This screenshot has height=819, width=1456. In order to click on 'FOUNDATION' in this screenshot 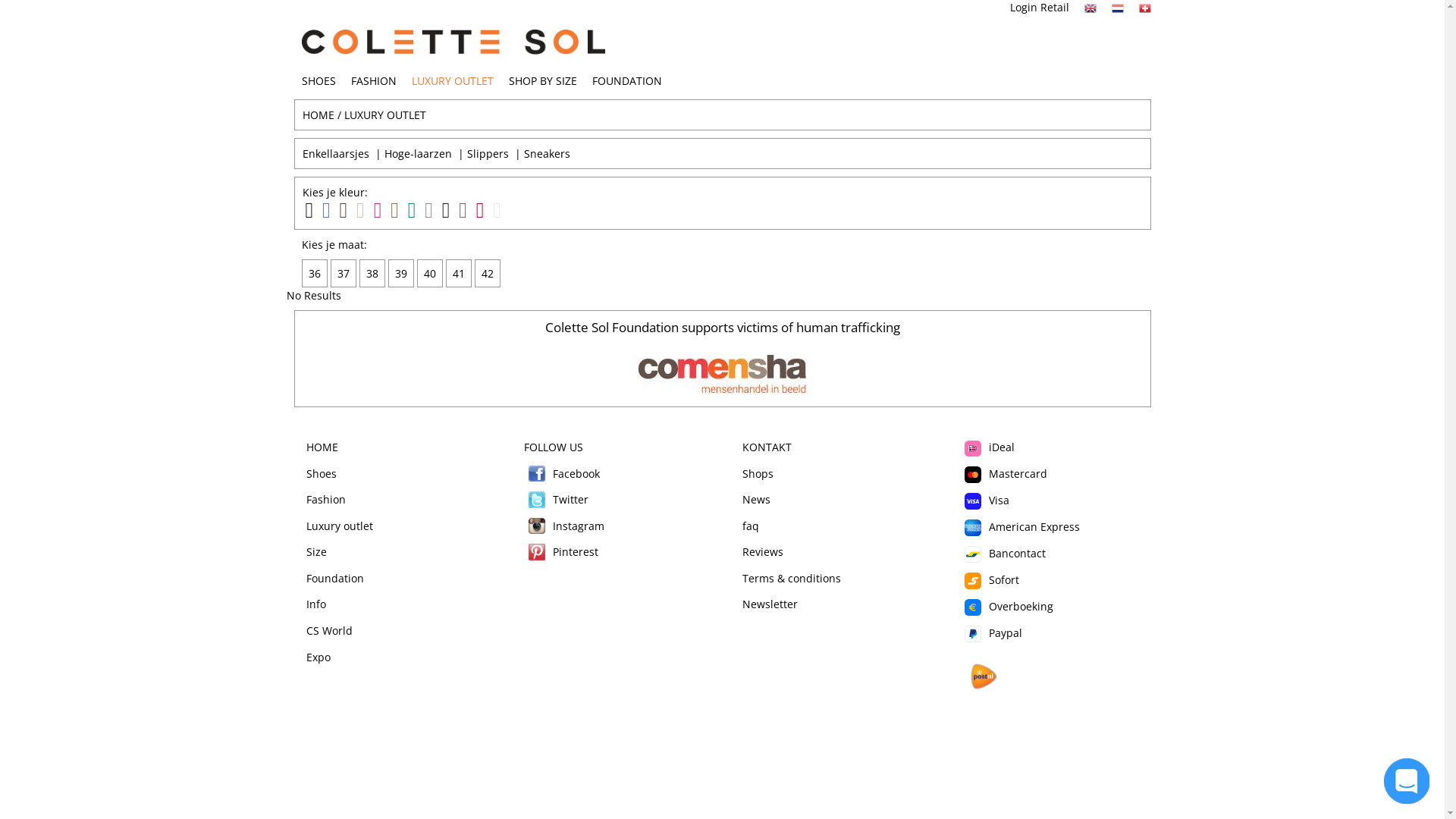, I will do `click(626, 80)`.